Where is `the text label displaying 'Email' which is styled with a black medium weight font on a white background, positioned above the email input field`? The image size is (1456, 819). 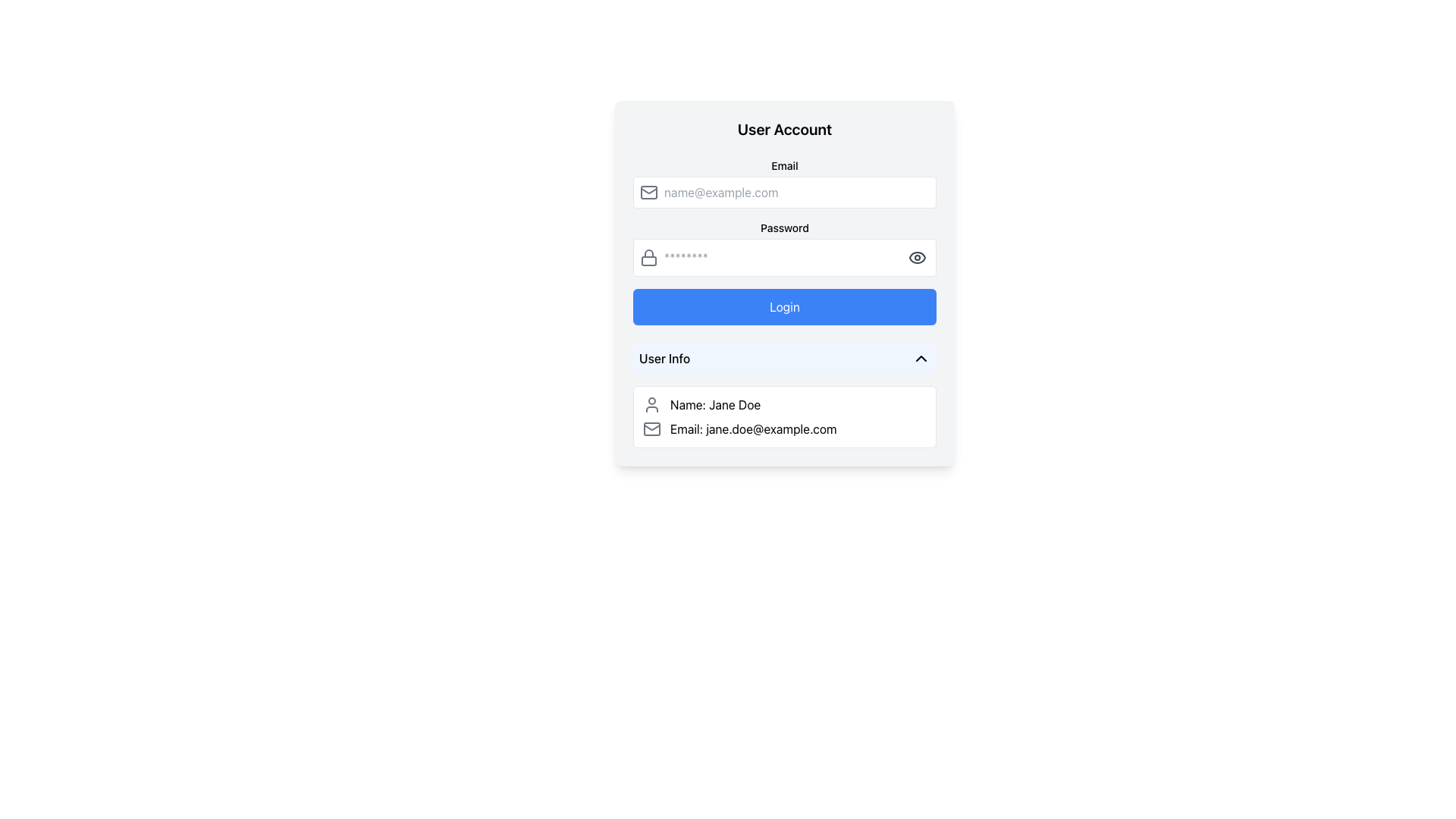 the text label displaying 'Email' which is styled with a black medium weight font on a white background, positioned above the email input field is located at coordinates (785, 166).